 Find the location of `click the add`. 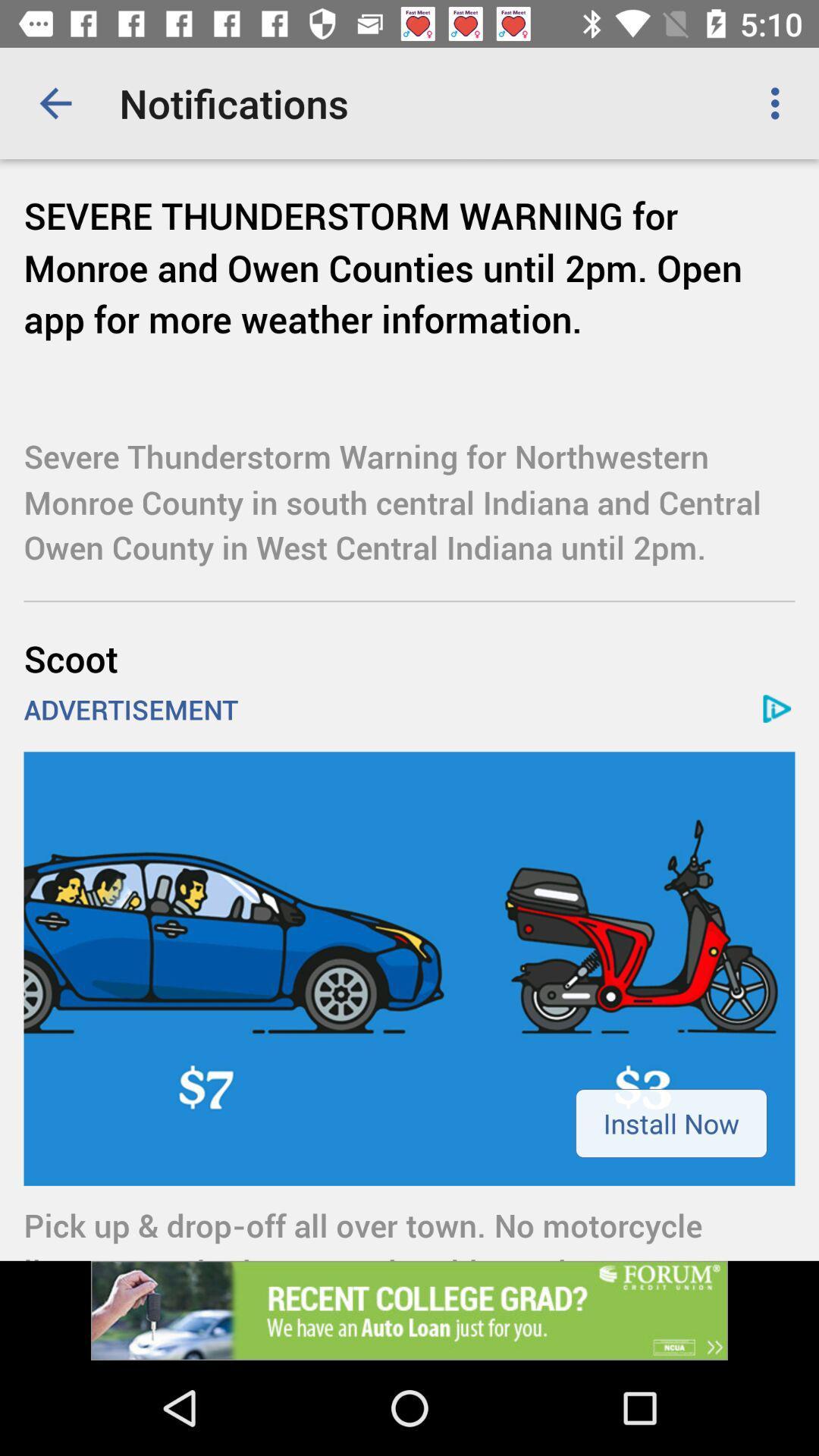

click the add is located at coordinates (409, 1310).